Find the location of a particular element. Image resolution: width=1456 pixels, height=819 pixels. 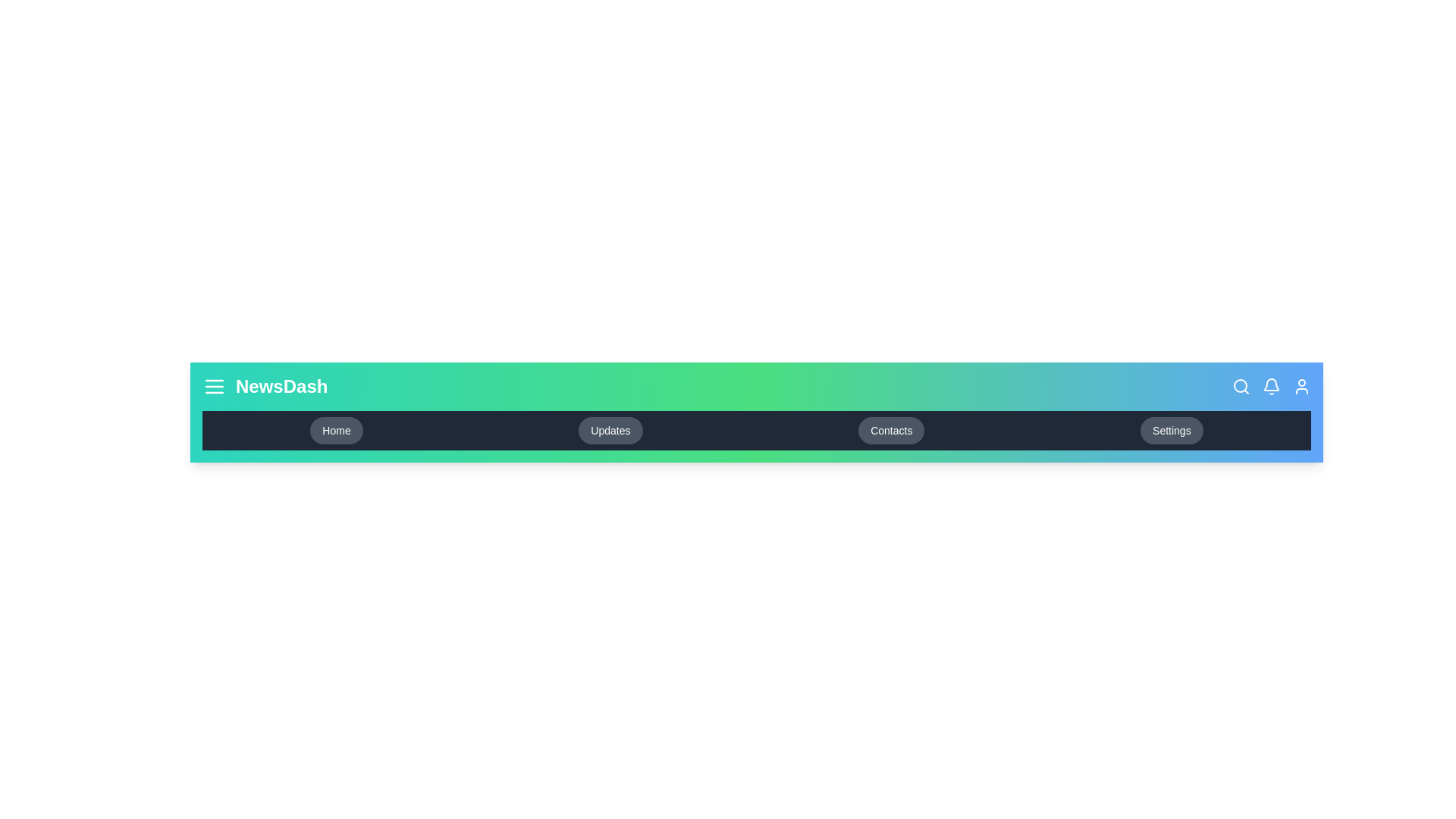

the user icon in the app bar is located at coordinates (1301, 385).